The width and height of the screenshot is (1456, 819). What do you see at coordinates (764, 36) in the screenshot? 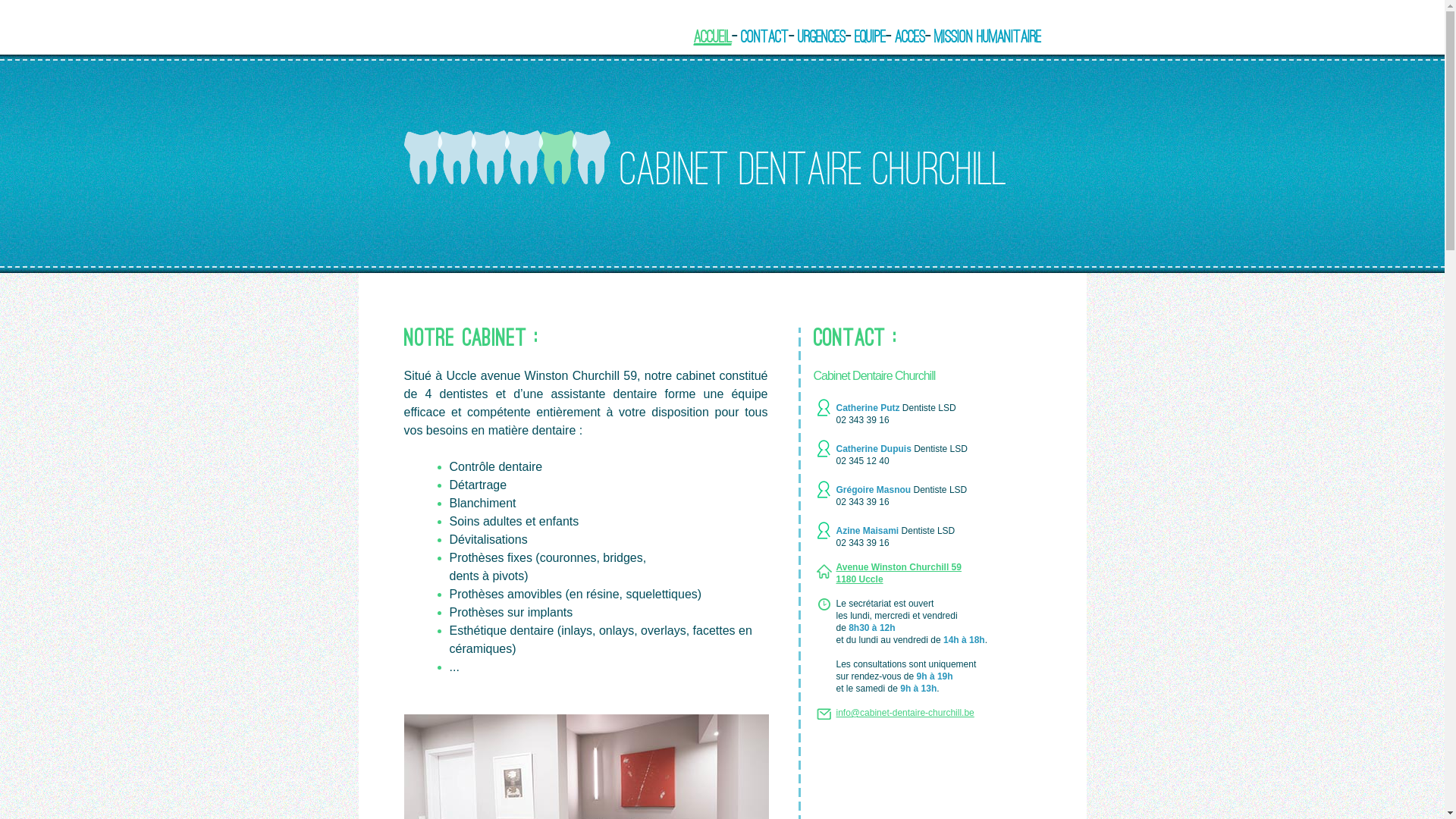
I see `'Contact'` at bounding box center [764, 36].